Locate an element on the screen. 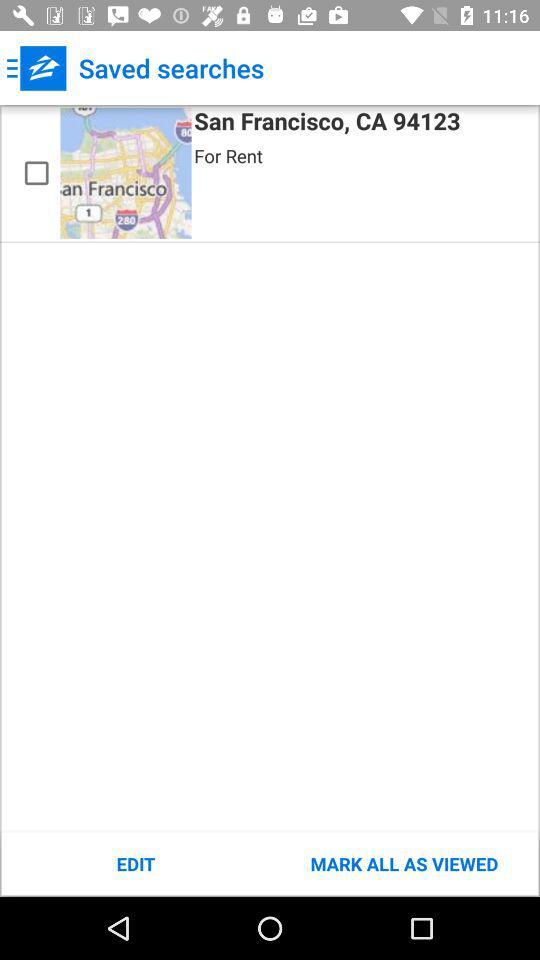  for rent is located at coordinates (227, 155).